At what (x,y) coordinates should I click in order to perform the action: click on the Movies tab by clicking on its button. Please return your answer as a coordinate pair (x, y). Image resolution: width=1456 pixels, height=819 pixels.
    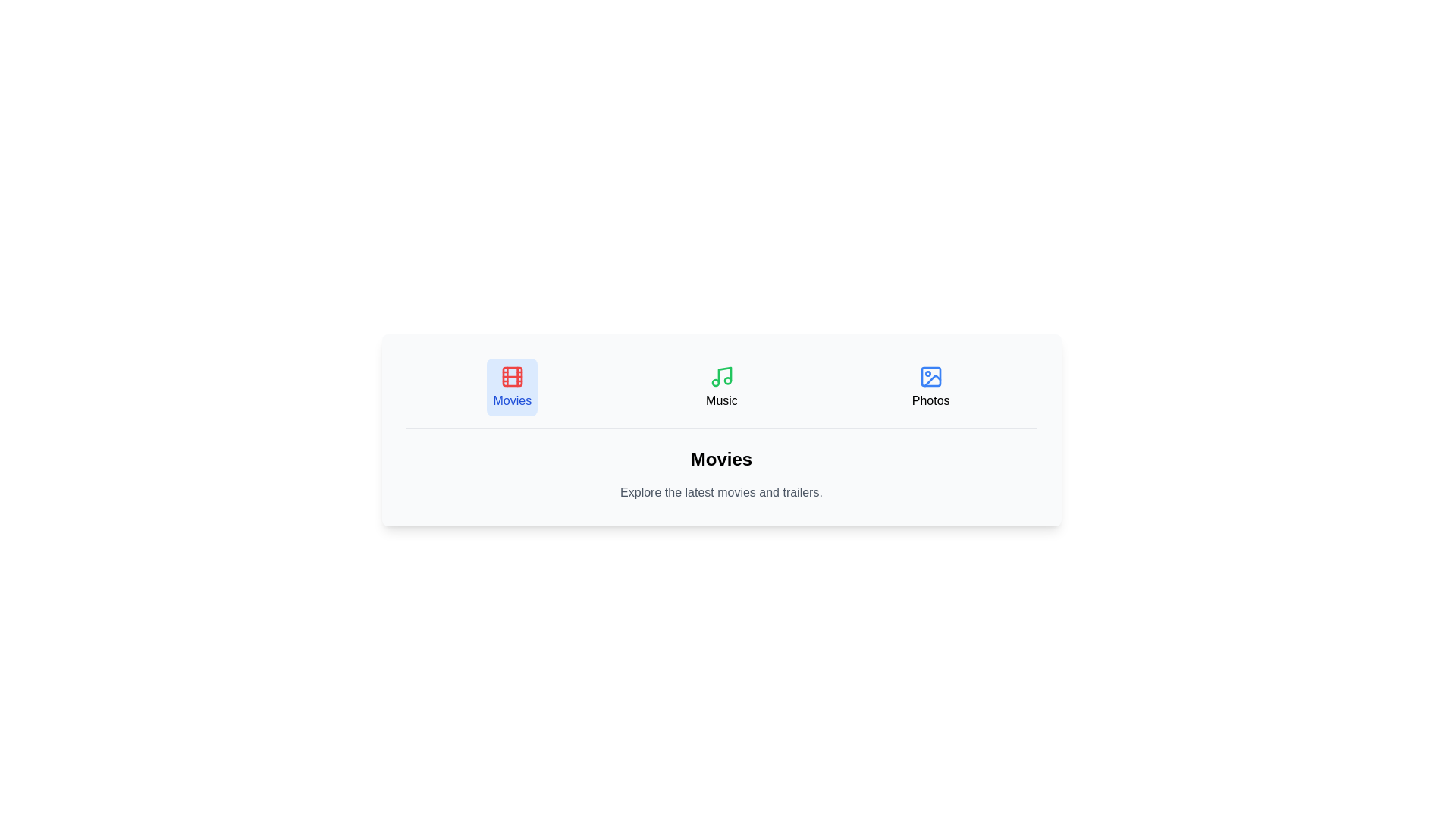
    Looking at the image, I should click on (512, 386).